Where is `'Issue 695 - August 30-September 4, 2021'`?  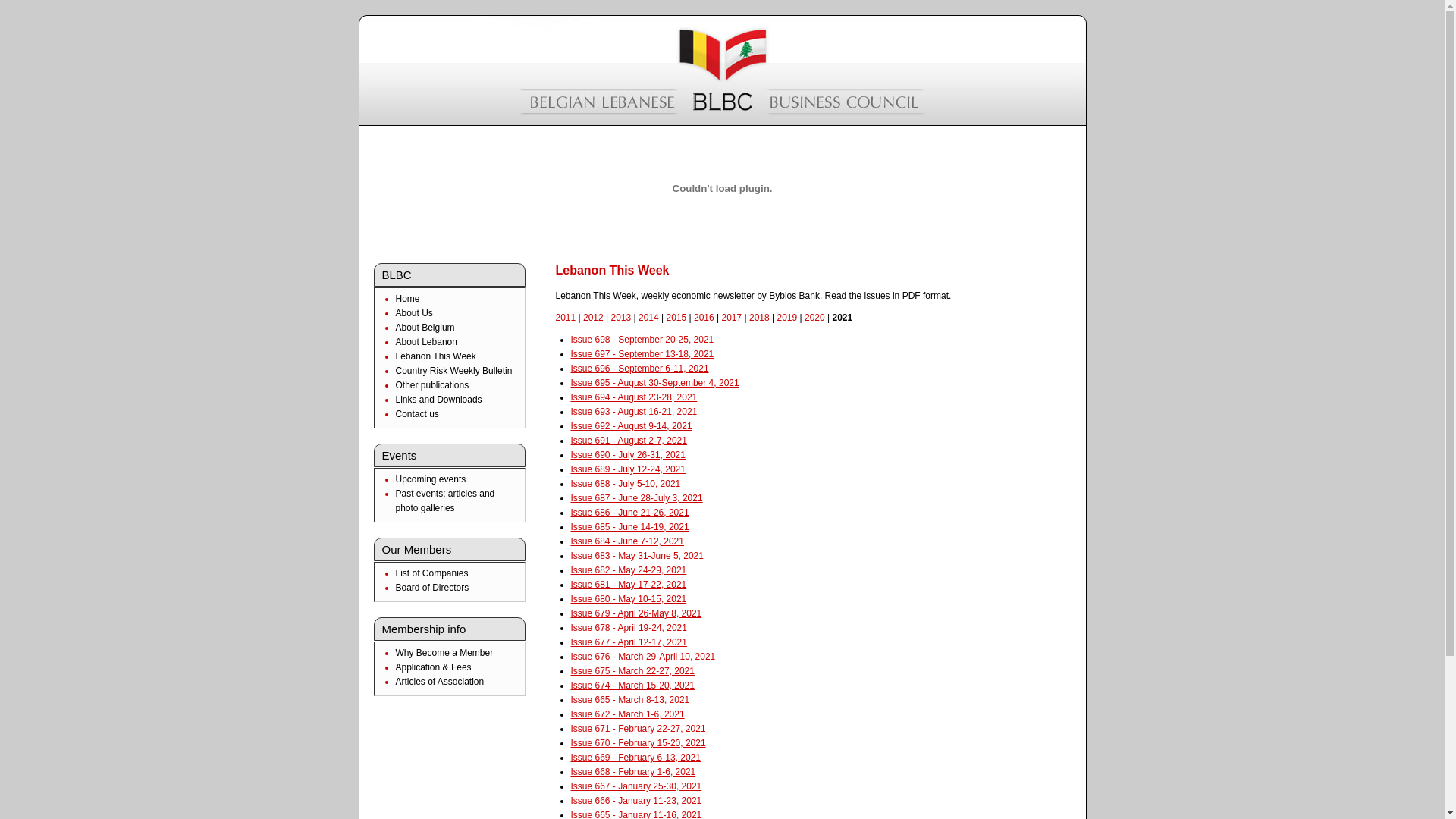 'Issue 695 - August 30-September 4, 2021' is located at coordinates (654, 382).